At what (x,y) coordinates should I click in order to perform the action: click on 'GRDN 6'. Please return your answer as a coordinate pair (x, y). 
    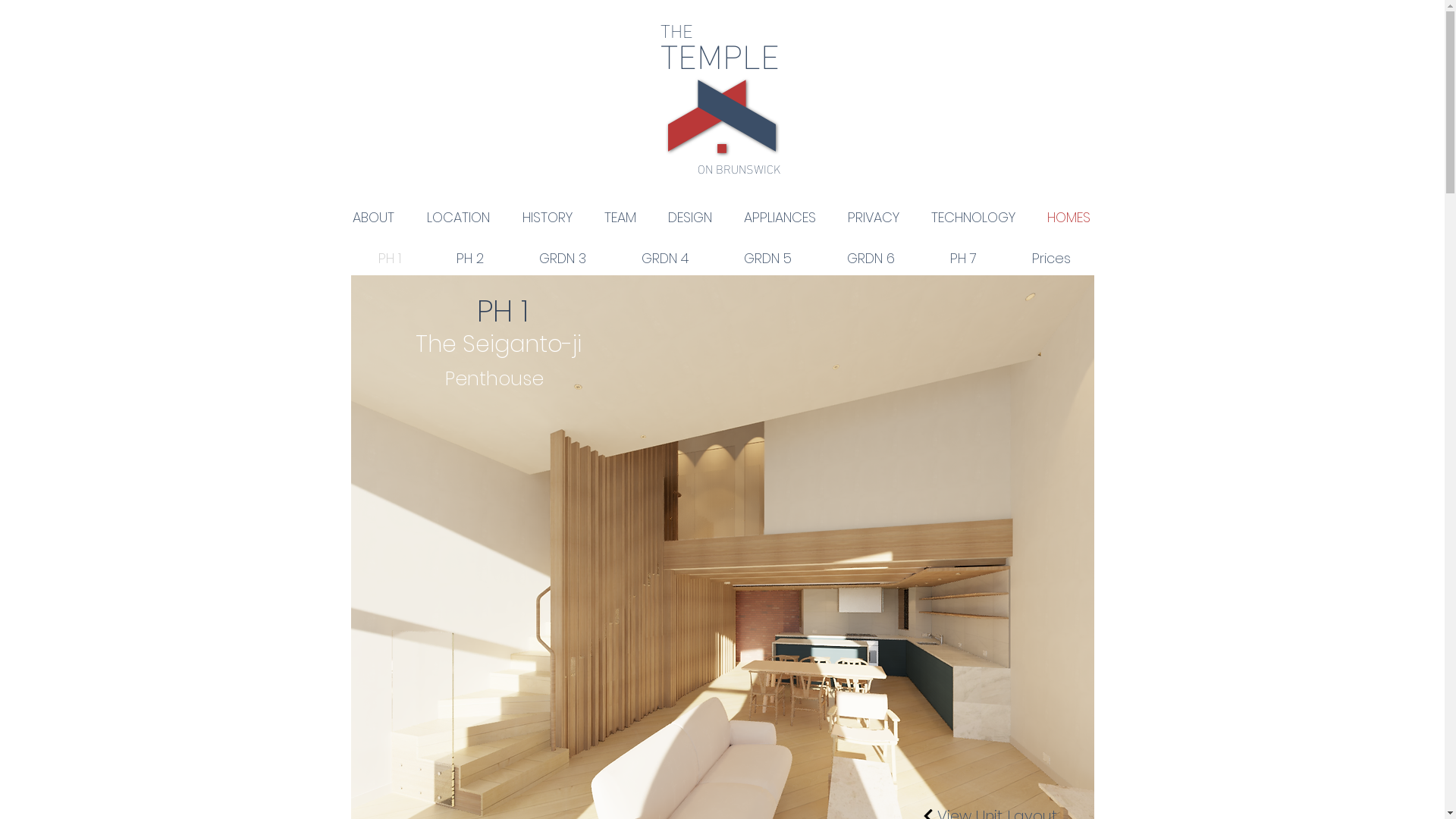
    Looking at the image, I should click on (818, 257).